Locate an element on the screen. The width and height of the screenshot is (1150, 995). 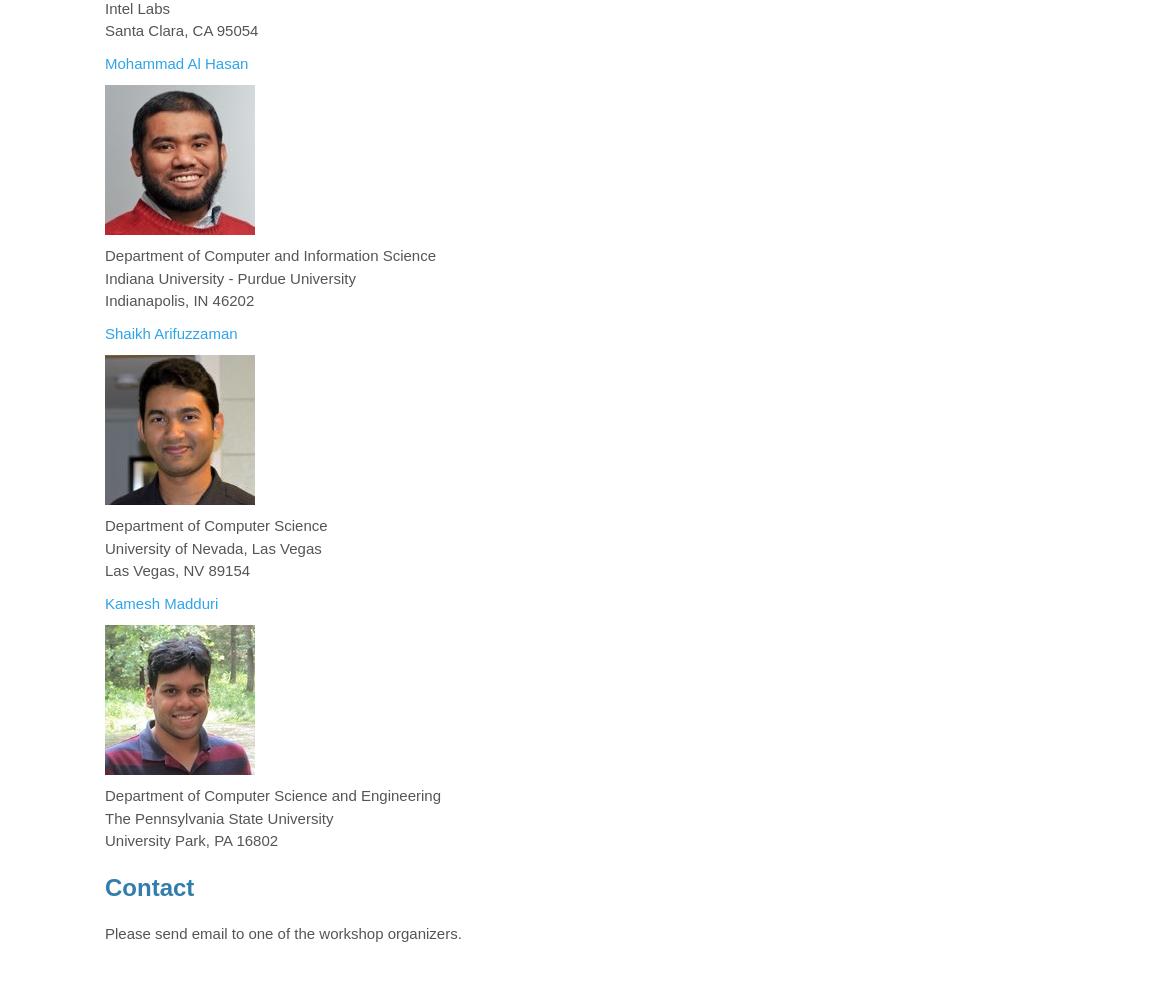
'University Park, PA 16802' is located at coordinates (103, 839).